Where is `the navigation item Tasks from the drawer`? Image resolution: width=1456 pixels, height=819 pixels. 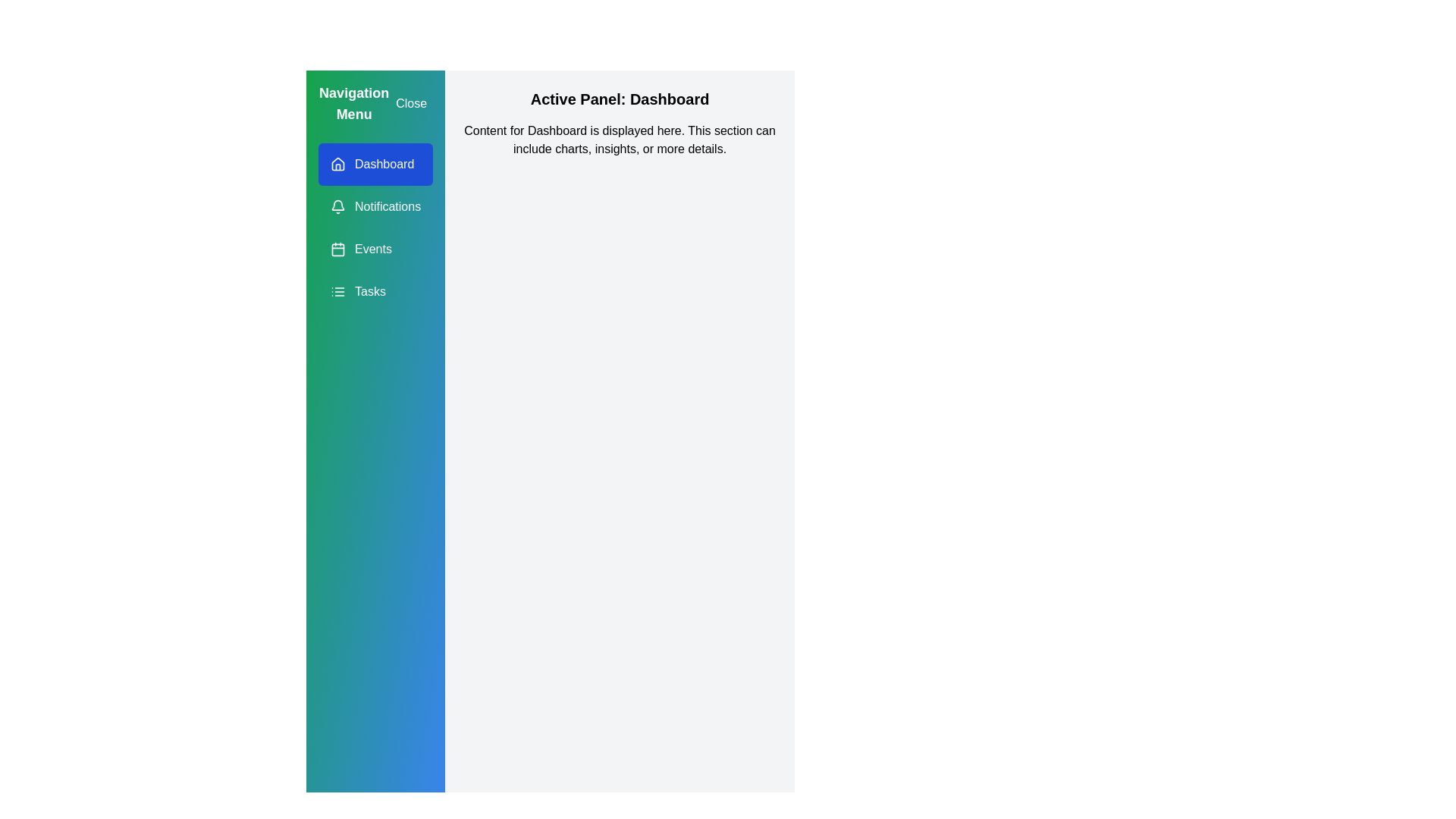
the navigation item Tasks from the drawer is located at coordinates (375, 292).